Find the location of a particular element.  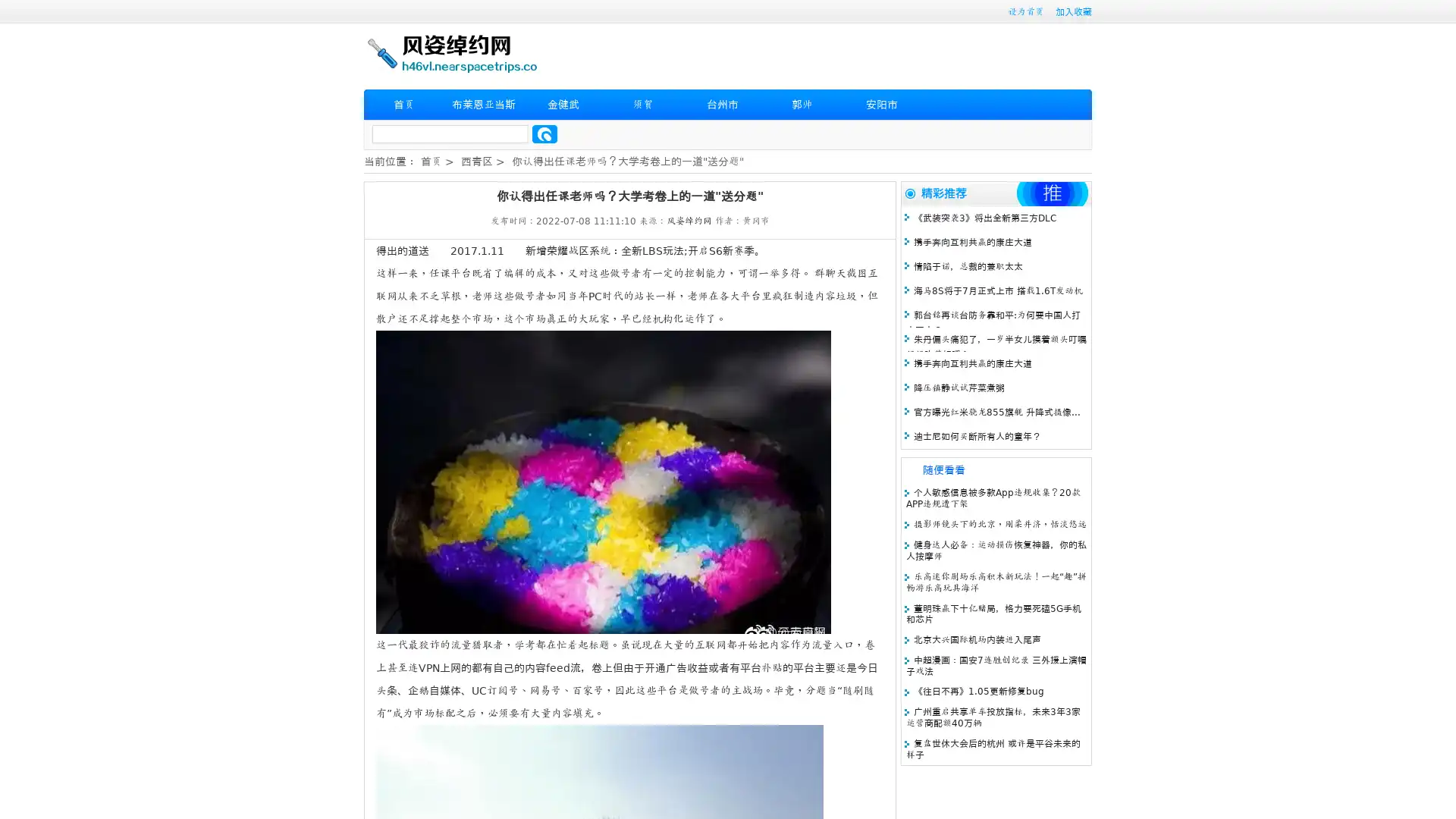

Search is located at coordinates (544, 133).